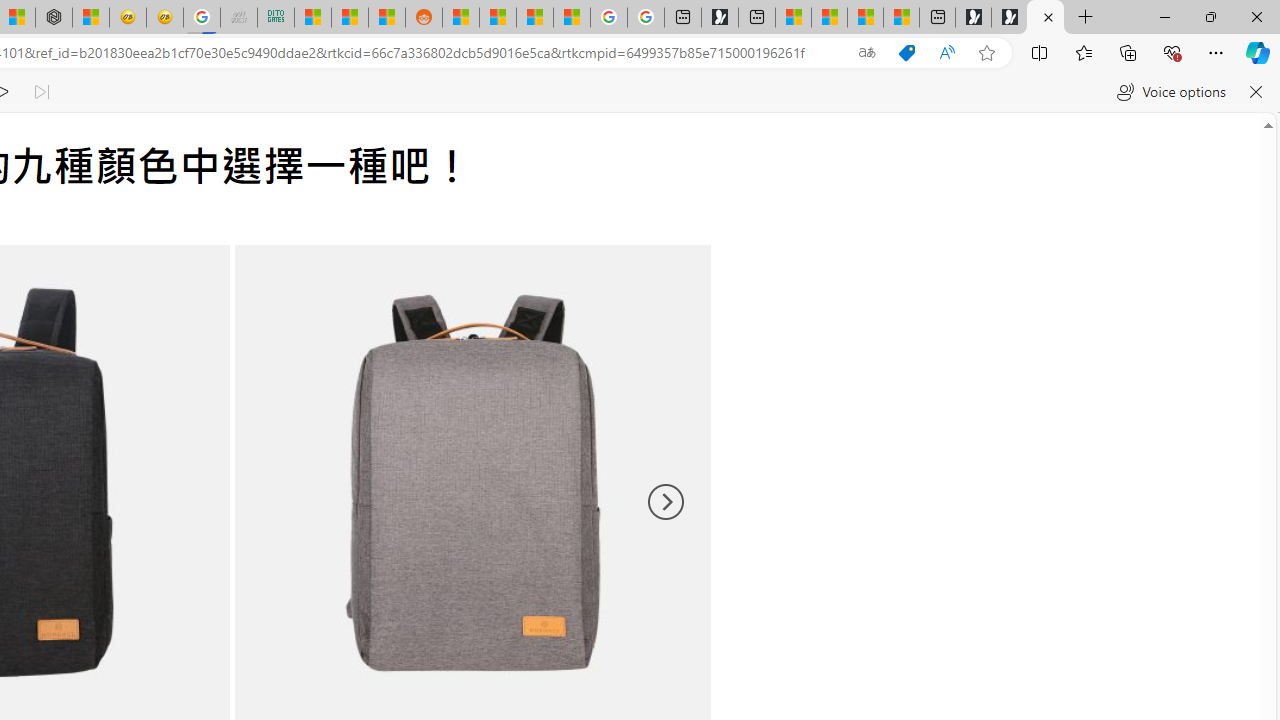 Image resolution: width=1280 pixels, height=720 pixels. What do you see at coordinates (664, 501) in the screenshot?
I see `'Class: flickity-button-icon'` at bounding box center [664, 501].